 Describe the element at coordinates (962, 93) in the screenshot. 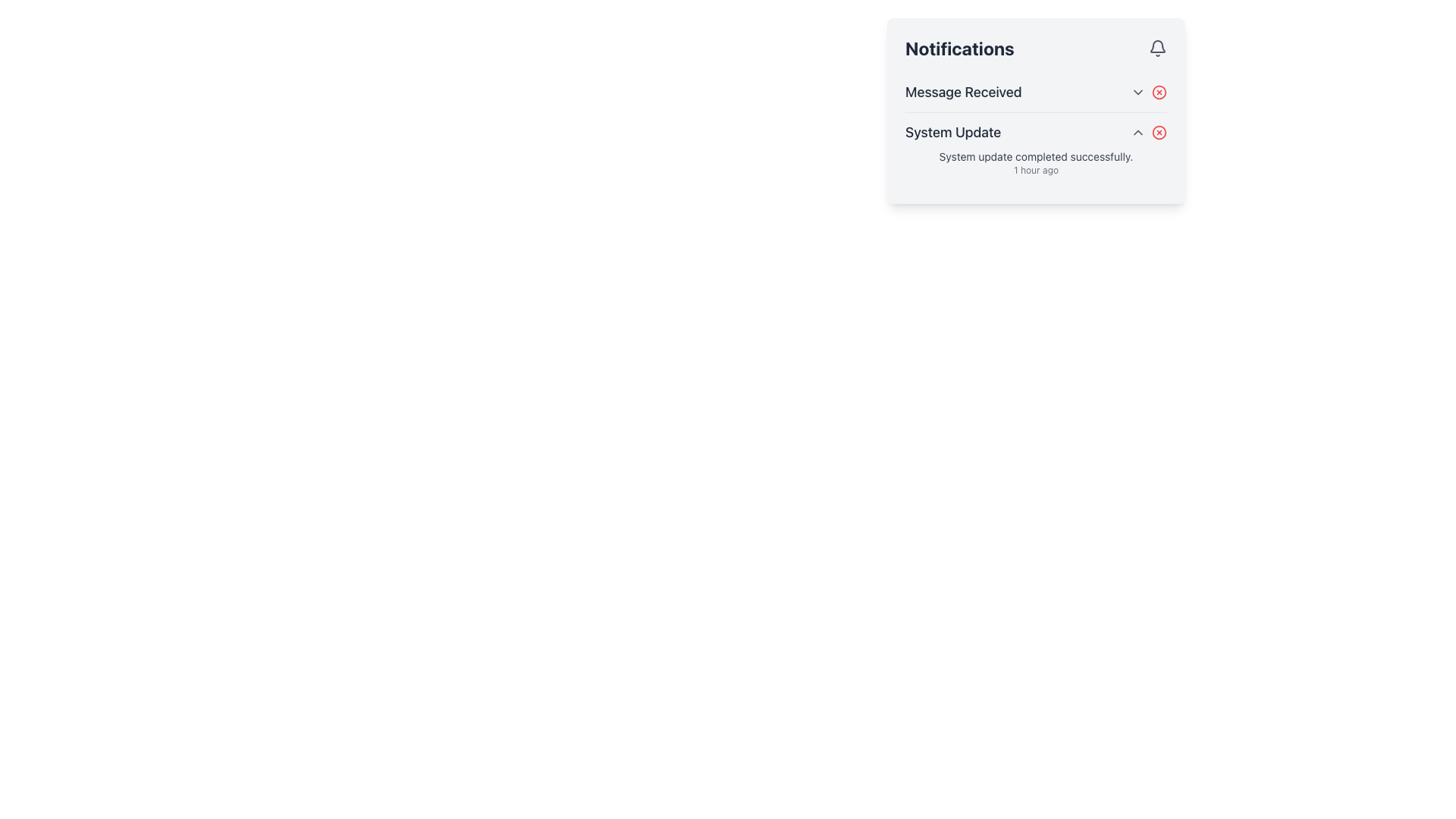

I see `the text label displaying 'Message Received' in dark gray color, located in the header area of the notification card` at that location.